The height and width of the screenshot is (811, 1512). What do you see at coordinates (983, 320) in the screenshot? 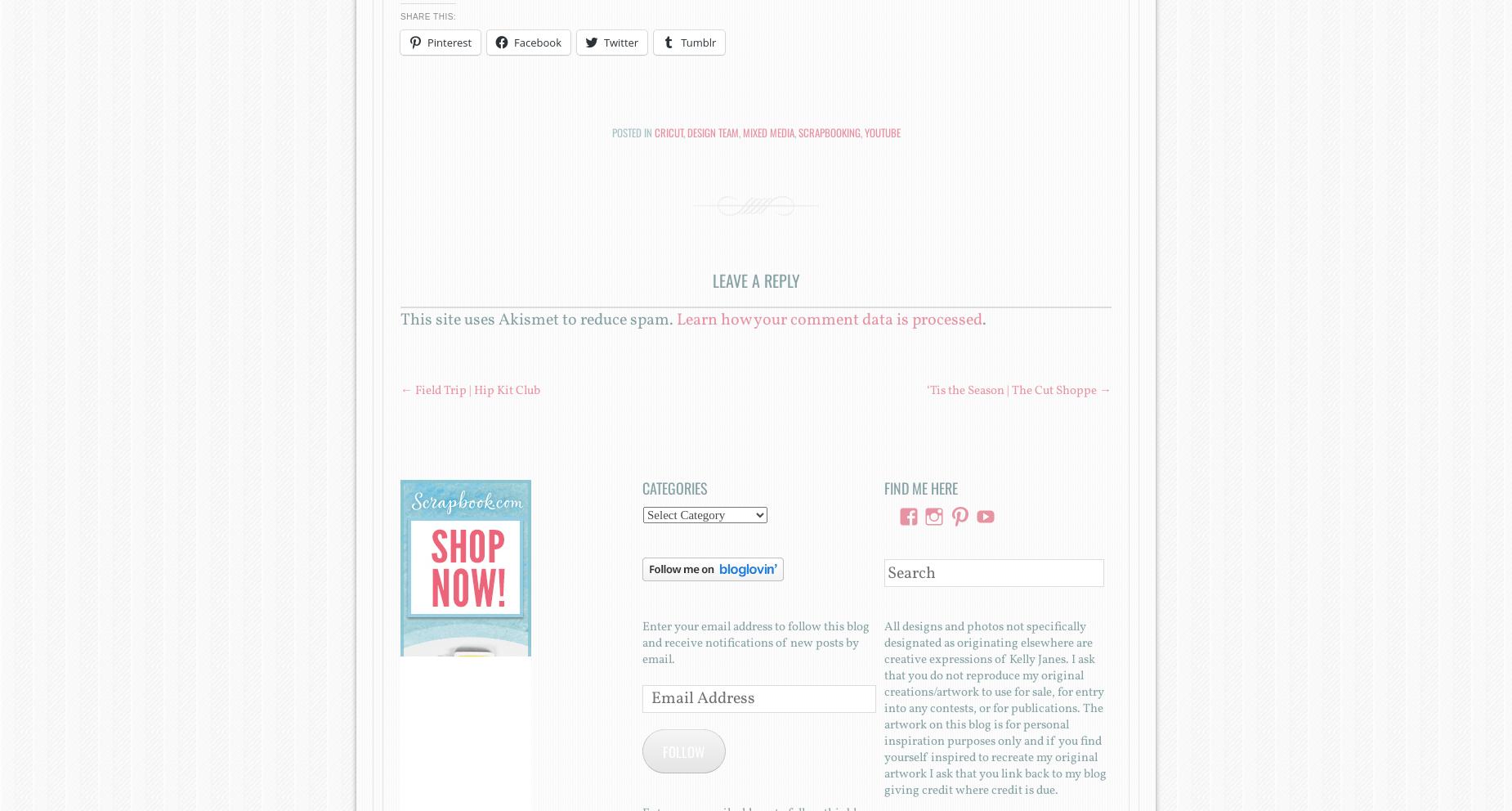
I see `'.'` at bounding box center [983, 320].